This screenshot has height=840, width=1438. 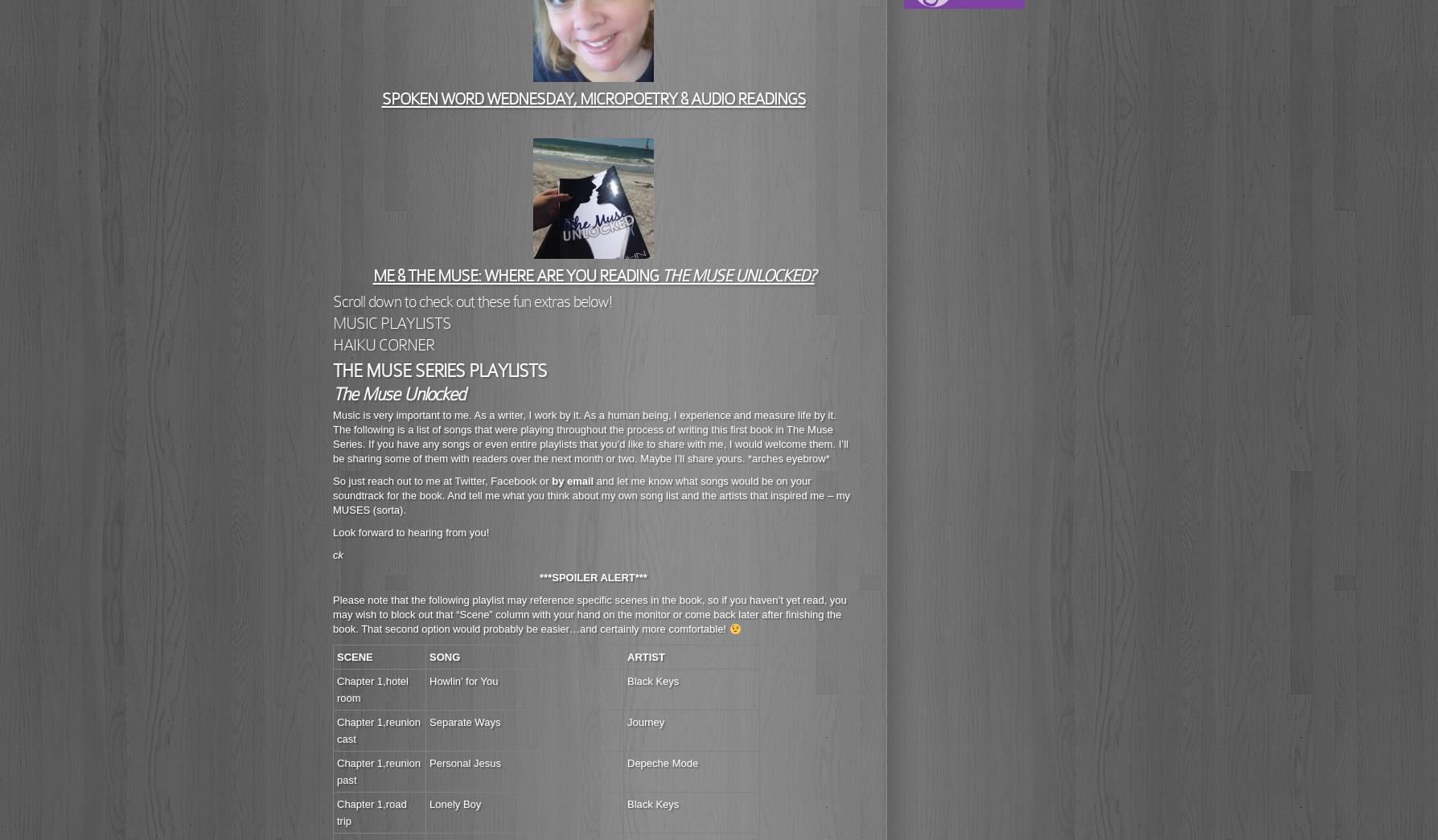 I want to click on 'ME & THE MUSE: WHERE ARE YOU READING', so click(x=516, y=275).